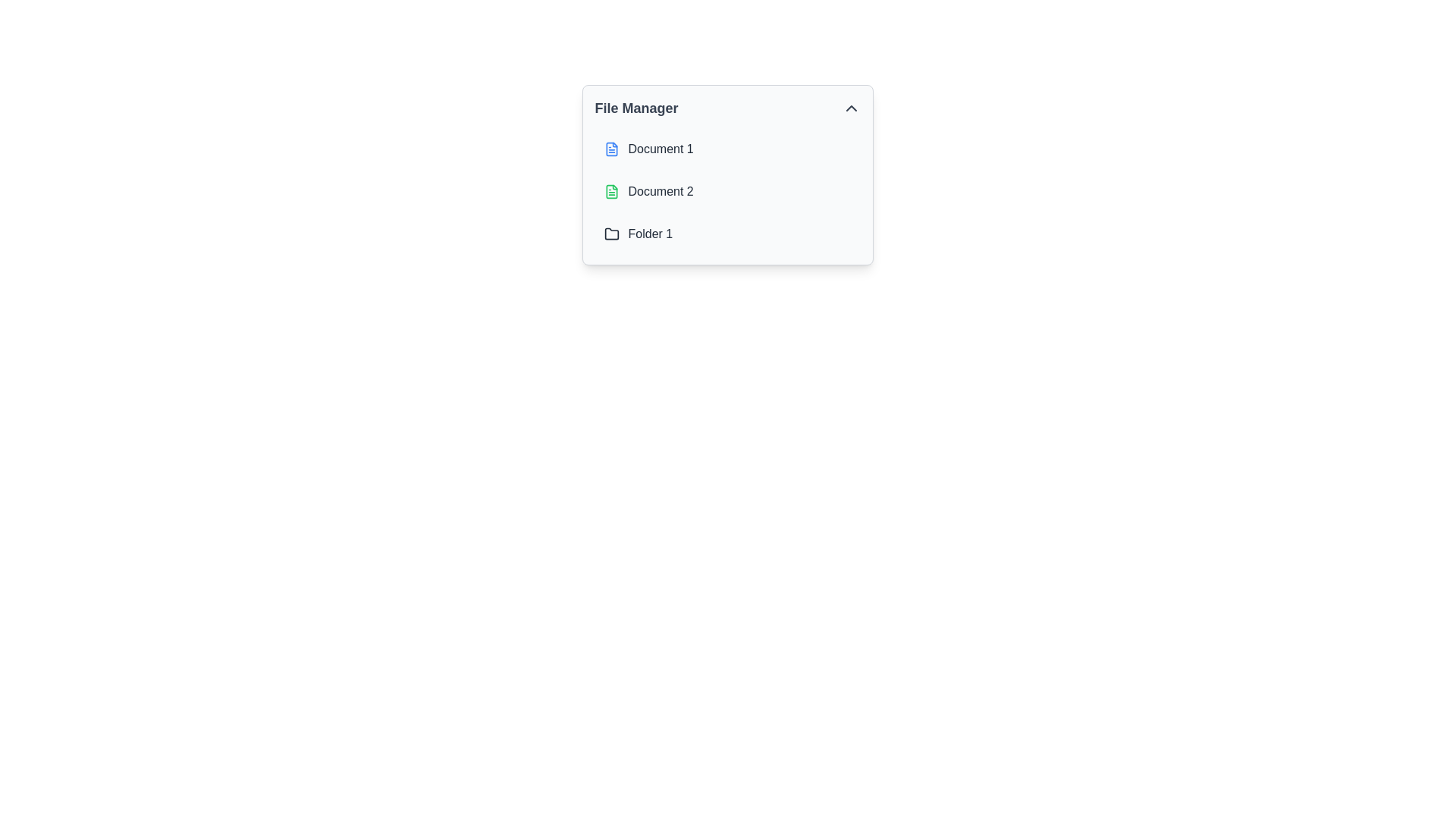 The width and height of the screenshot is (1456, 819). I want to click on the selectable list item labeled 'Document 2', so click(726, 191).